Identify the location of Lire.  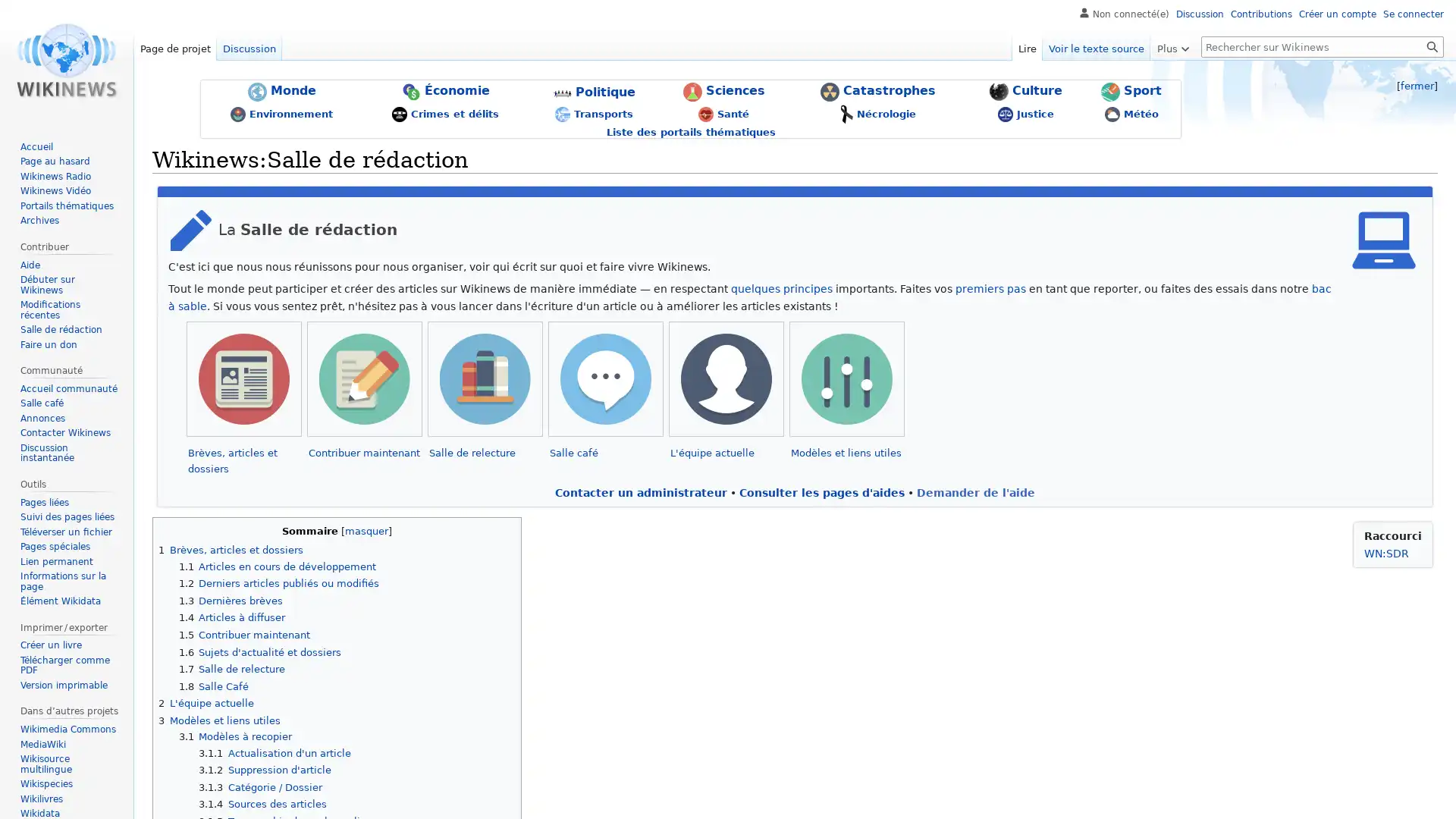
(1432, 45).